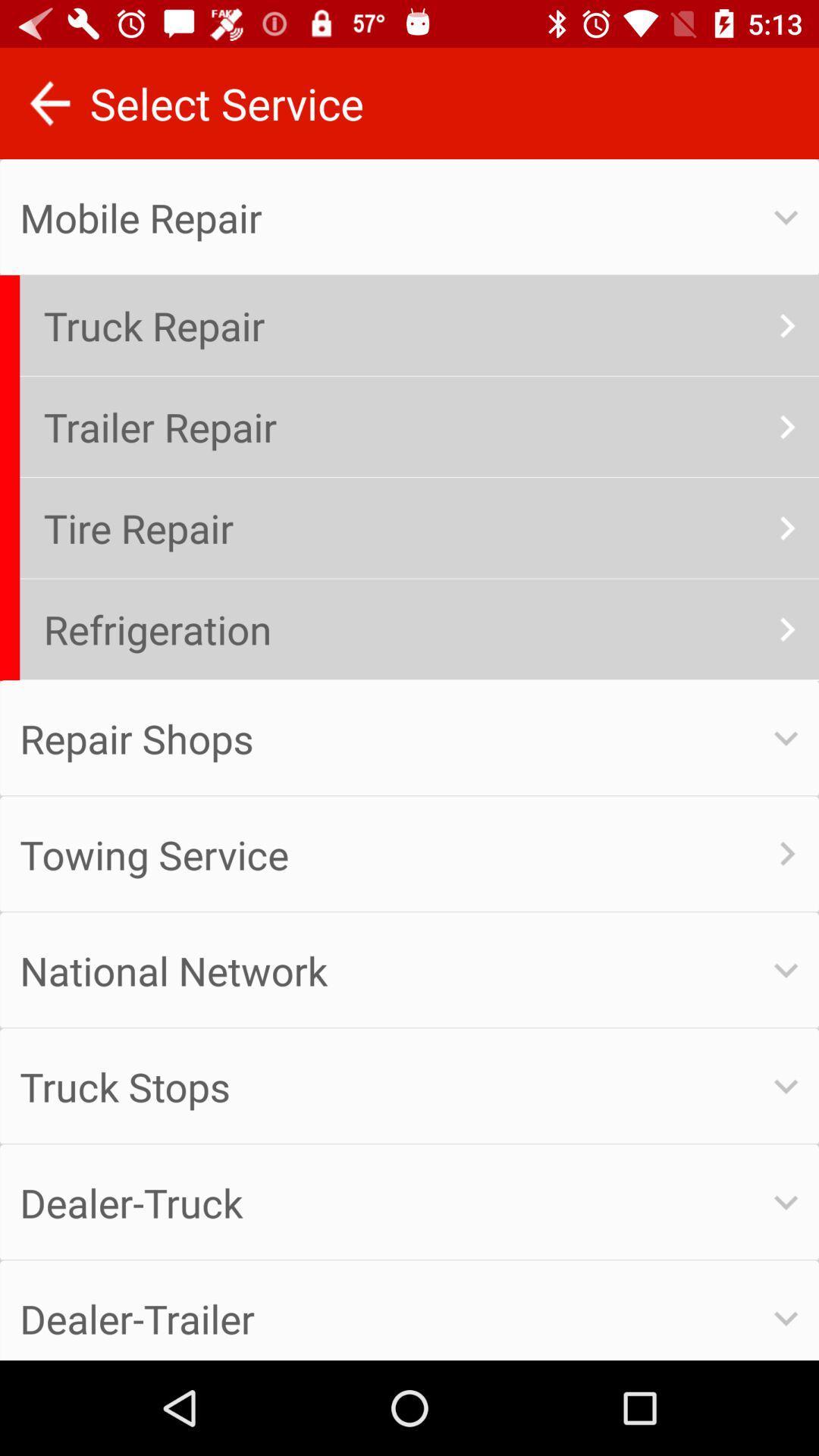 The width and height of the screenshot is (819, 1456). Describe the element at coordinates (786, 855) in the screenshot. I see `the  symbol beside towing service option` at that location.